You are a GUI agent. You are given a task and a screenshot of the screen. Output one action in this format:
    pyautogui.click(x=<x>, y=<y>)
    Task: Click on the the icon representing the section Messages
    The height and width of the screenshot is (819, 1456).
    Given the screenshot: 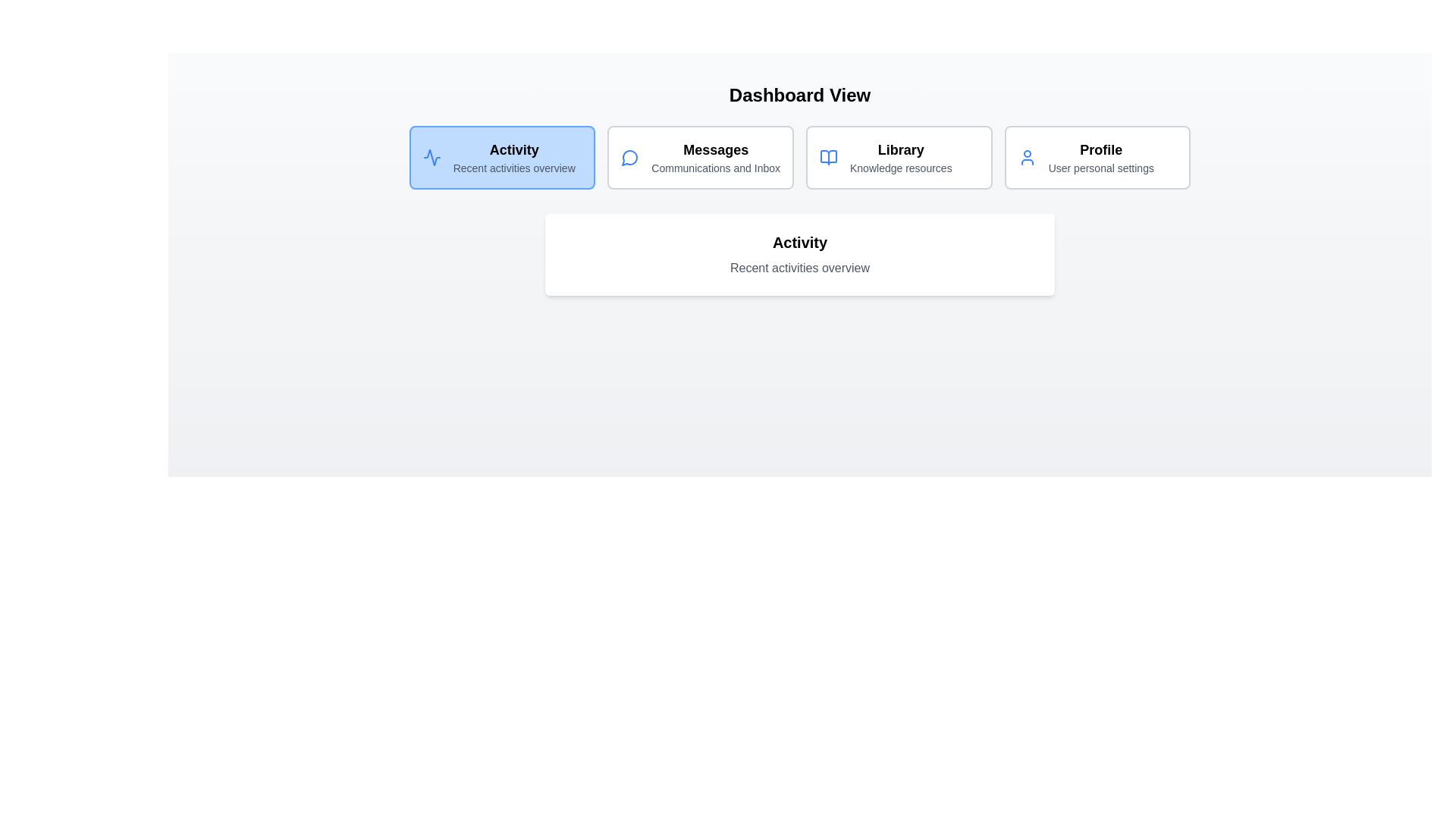 What is the action you would take?
    pyautogui.click(x=630, y=158)
    